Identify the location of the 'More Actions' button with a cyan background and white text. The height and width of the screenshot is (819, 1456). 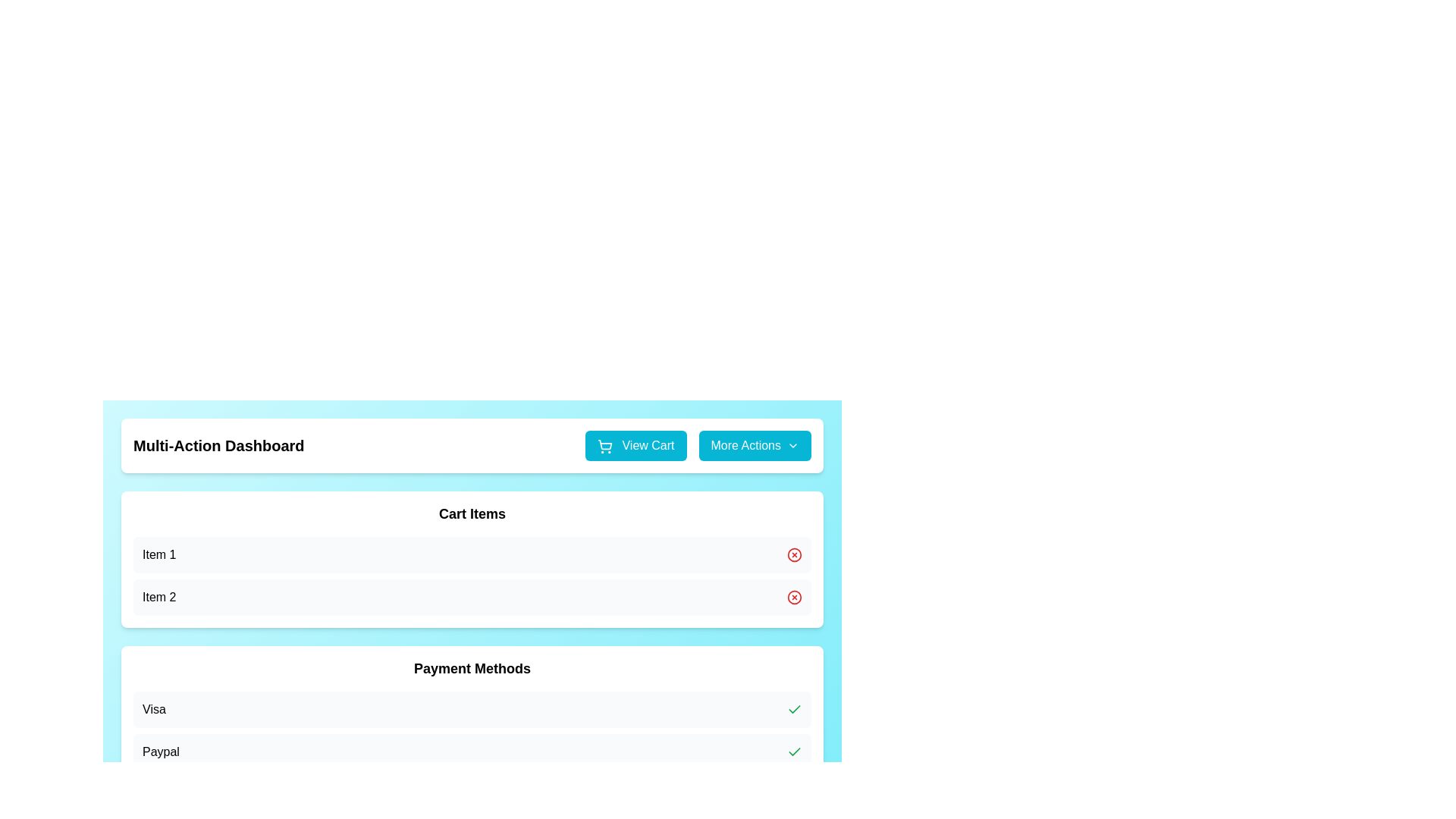
(755, 444).